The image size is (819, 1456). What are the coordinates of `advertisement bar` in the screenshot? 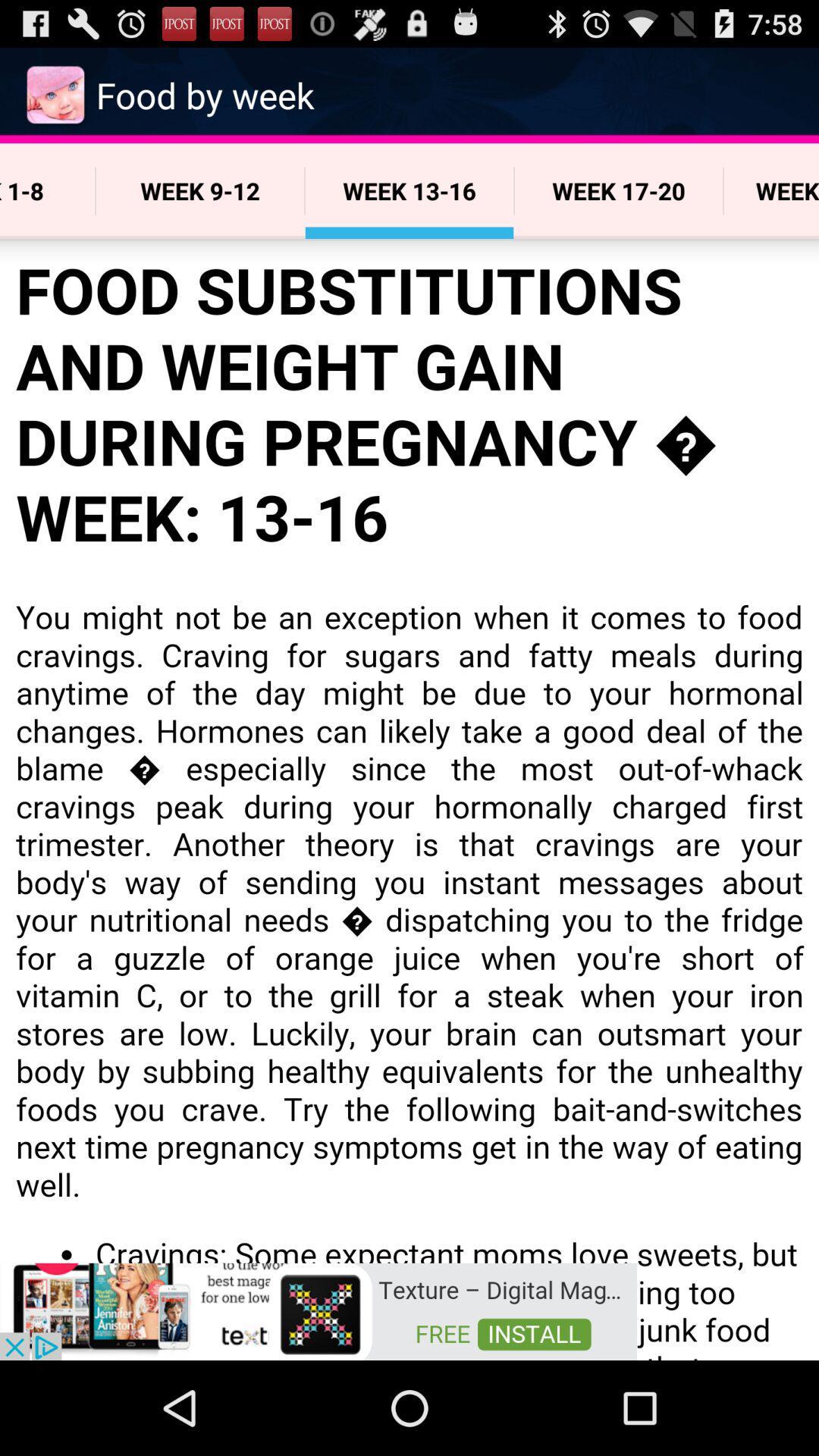 It's located at (318, 1310).